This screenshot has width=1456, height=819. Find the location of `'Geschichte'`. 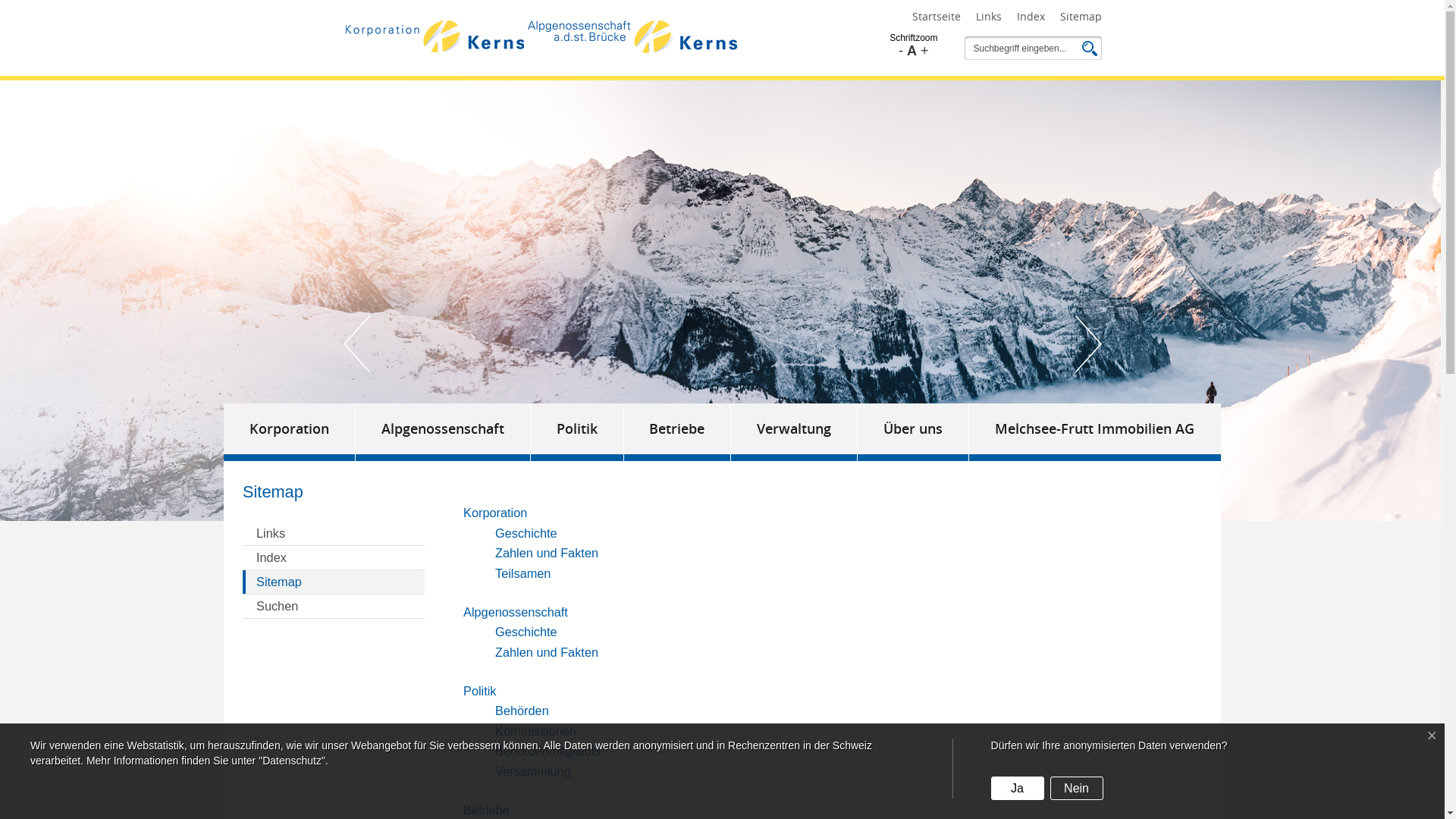

'Geschichte' is located at coordinates (526, 532).